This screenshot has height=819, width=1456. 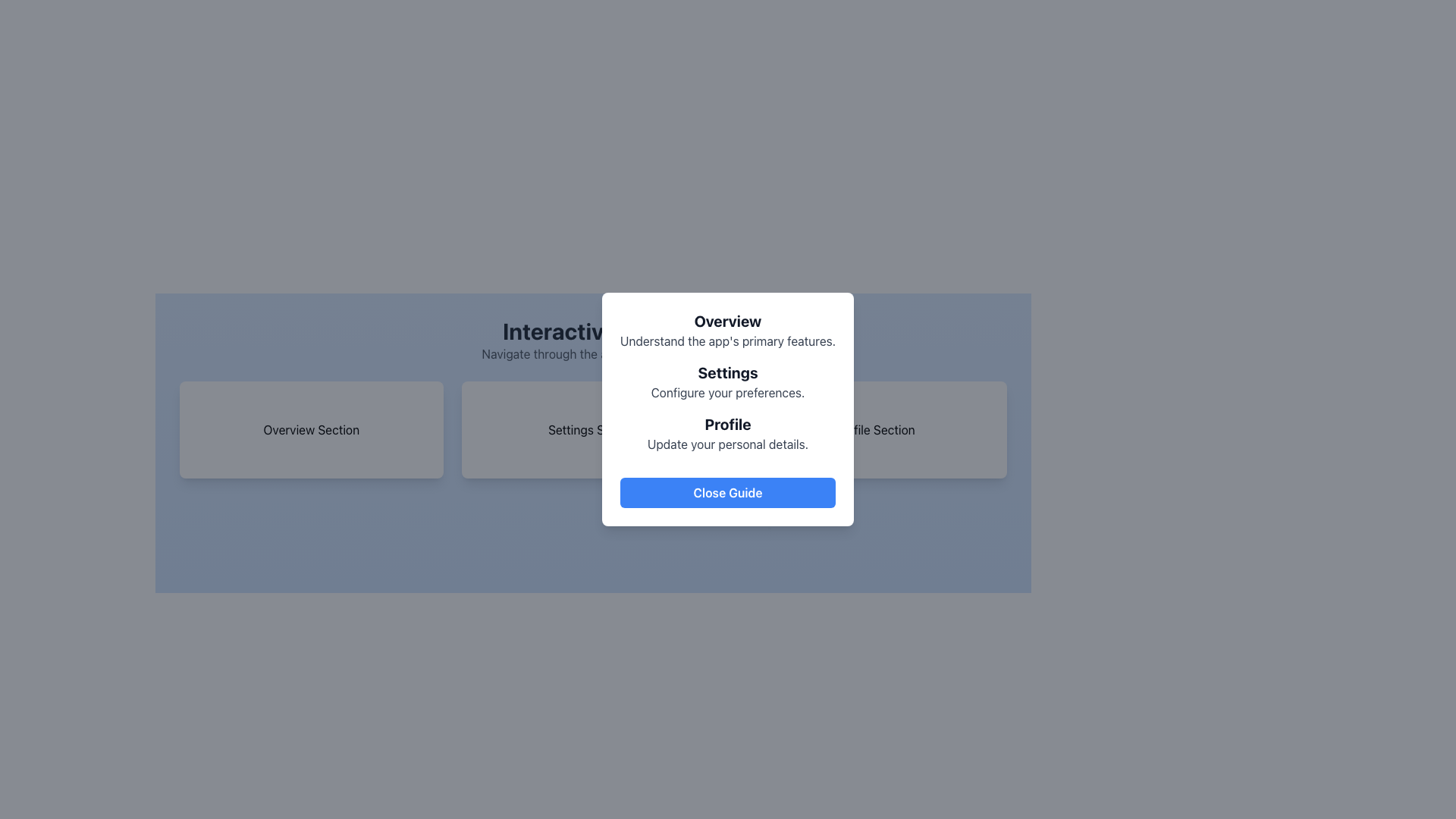 What do you see at coordinates (728, 444) in the screenshot?
I see `the informational text label that describes the purpose of the 'Profile' section in the dialog, positioned below the bold 'Profile' text` at bounding box center [728, 444].